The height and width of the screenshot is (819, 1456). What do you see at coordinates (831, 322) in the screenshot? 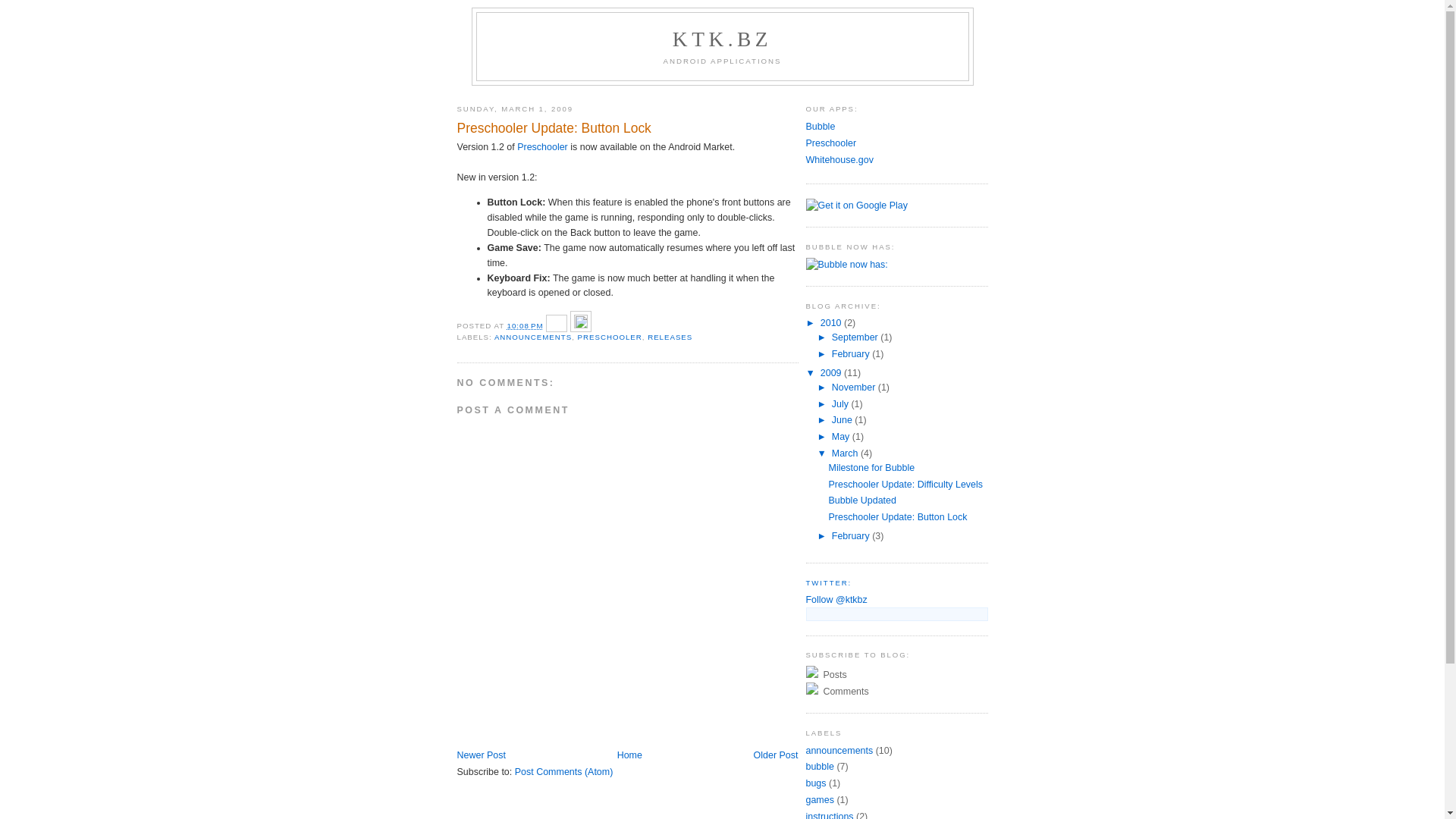
I see `'2010'` at bounding box center [831, 322].